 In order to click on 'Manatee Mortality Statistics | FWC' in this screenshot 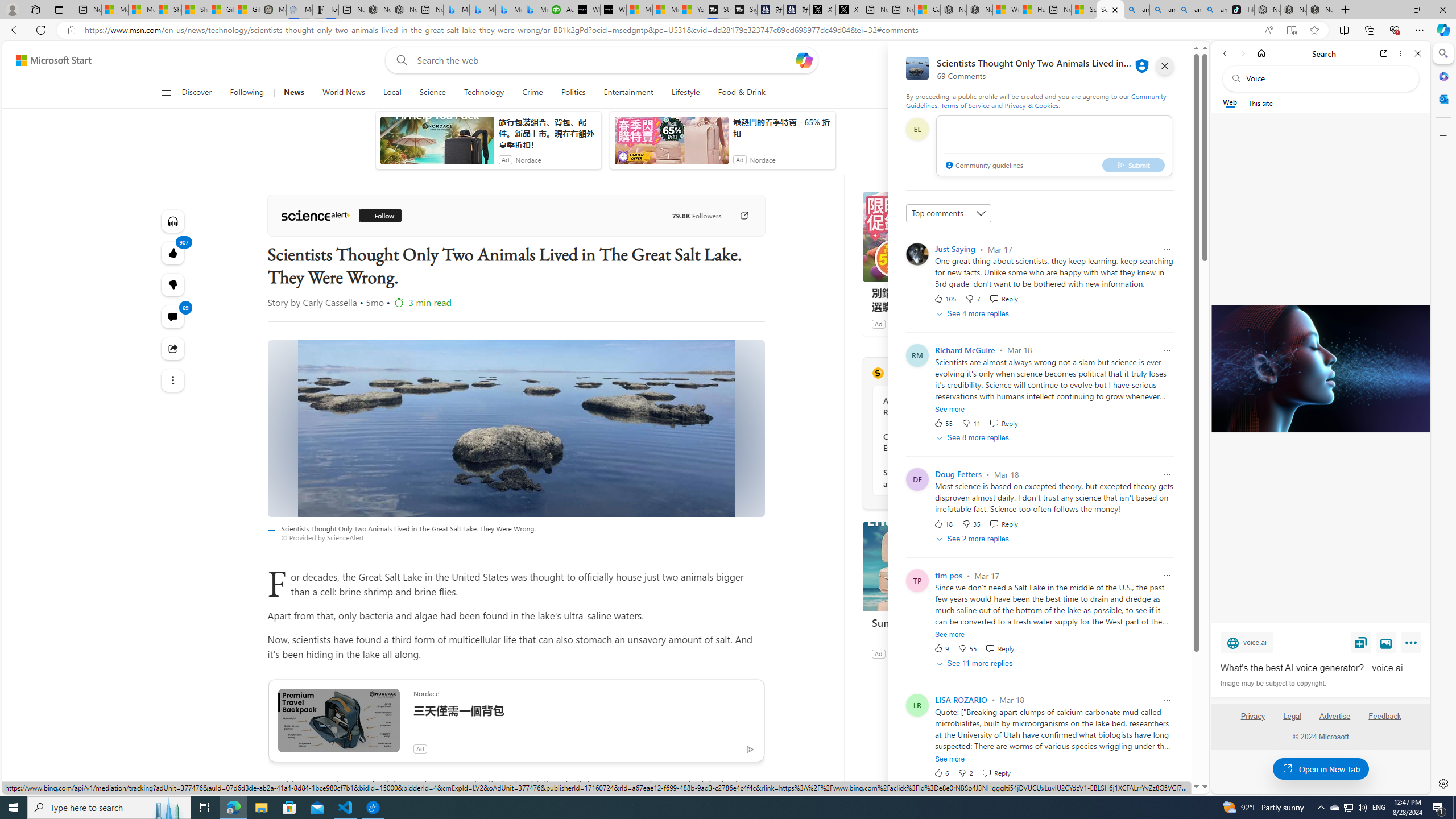, I will do `click(273, 9)`.